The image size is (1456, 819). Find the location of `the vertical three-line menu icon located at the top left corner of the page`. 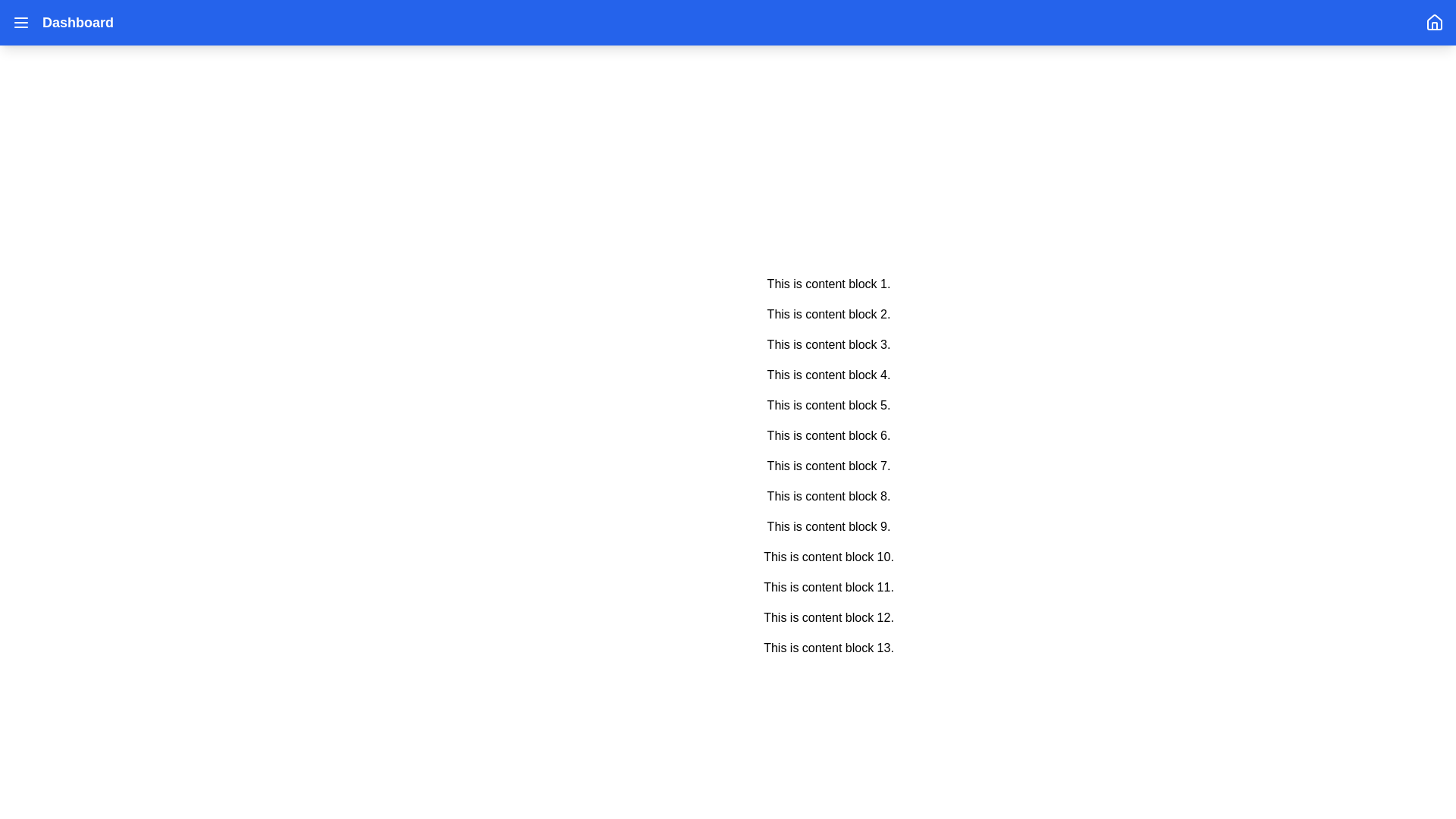

the vertical three-line menu icon located at the top left corner of the page is located at coordinates (21, 23).